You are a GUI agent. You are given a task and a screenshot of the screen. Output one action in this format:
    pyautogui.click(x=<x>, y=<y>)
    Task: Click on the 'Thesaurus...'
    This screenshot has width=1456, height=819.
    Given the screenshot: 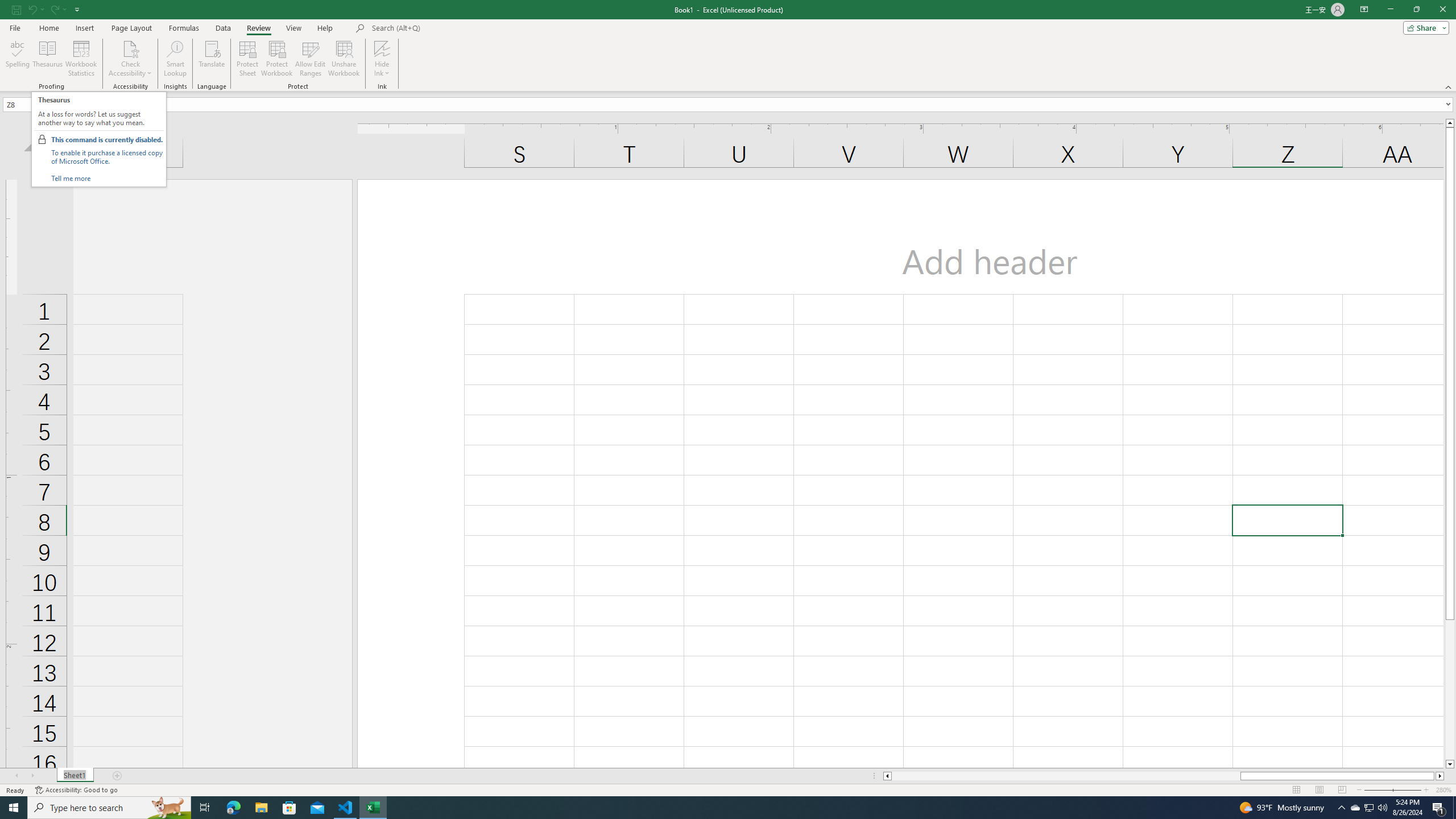 What is the action you would take?
    pyautogui.click(x=47, y=59)
    